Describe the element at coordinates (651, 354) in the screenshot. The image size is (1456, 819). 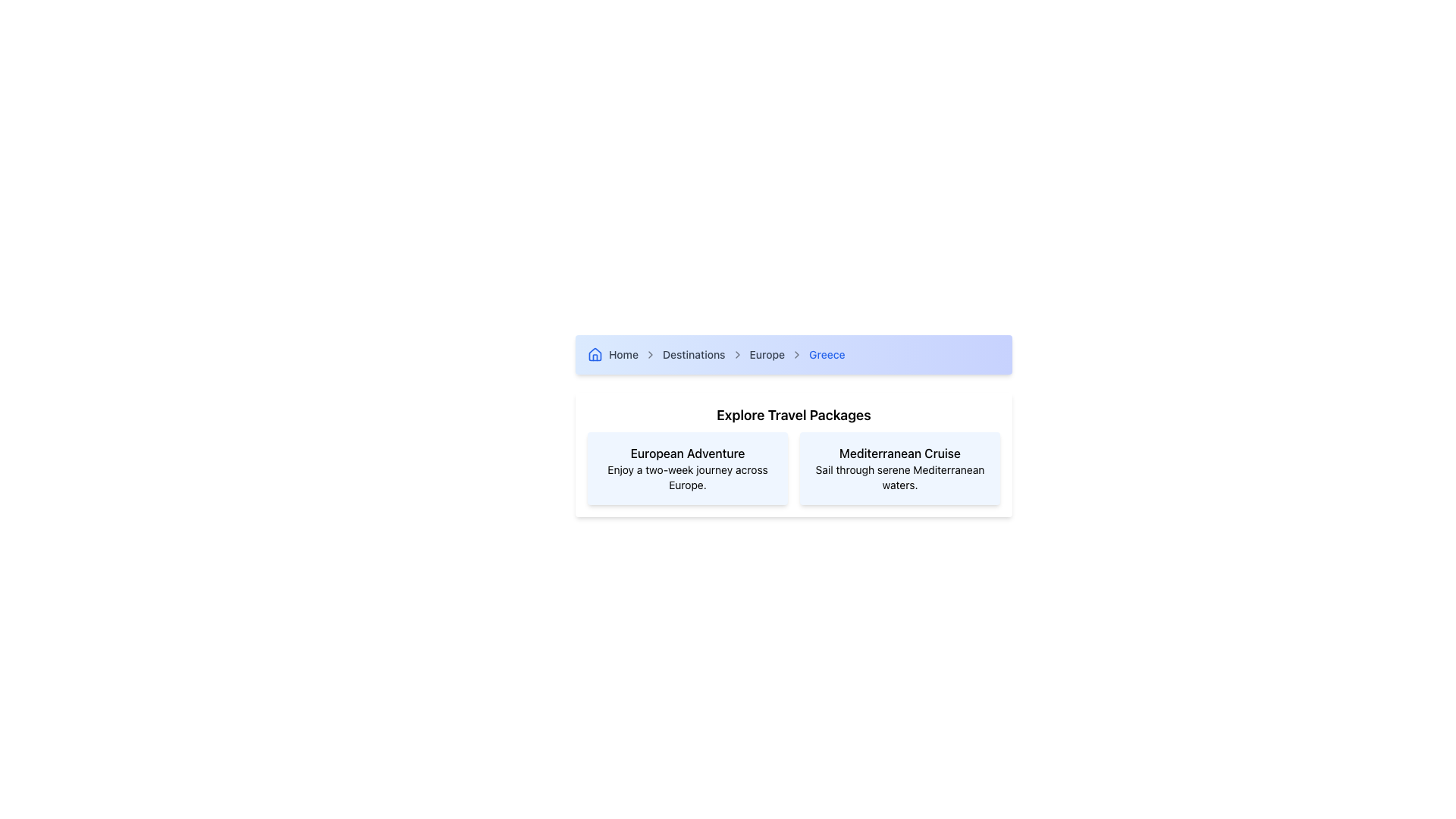
I see `the visual indication of section transition by focusing on the first arrow icon in the breadcrumb navigation located between the 'Home' and 'Destinations' labels` at that location.